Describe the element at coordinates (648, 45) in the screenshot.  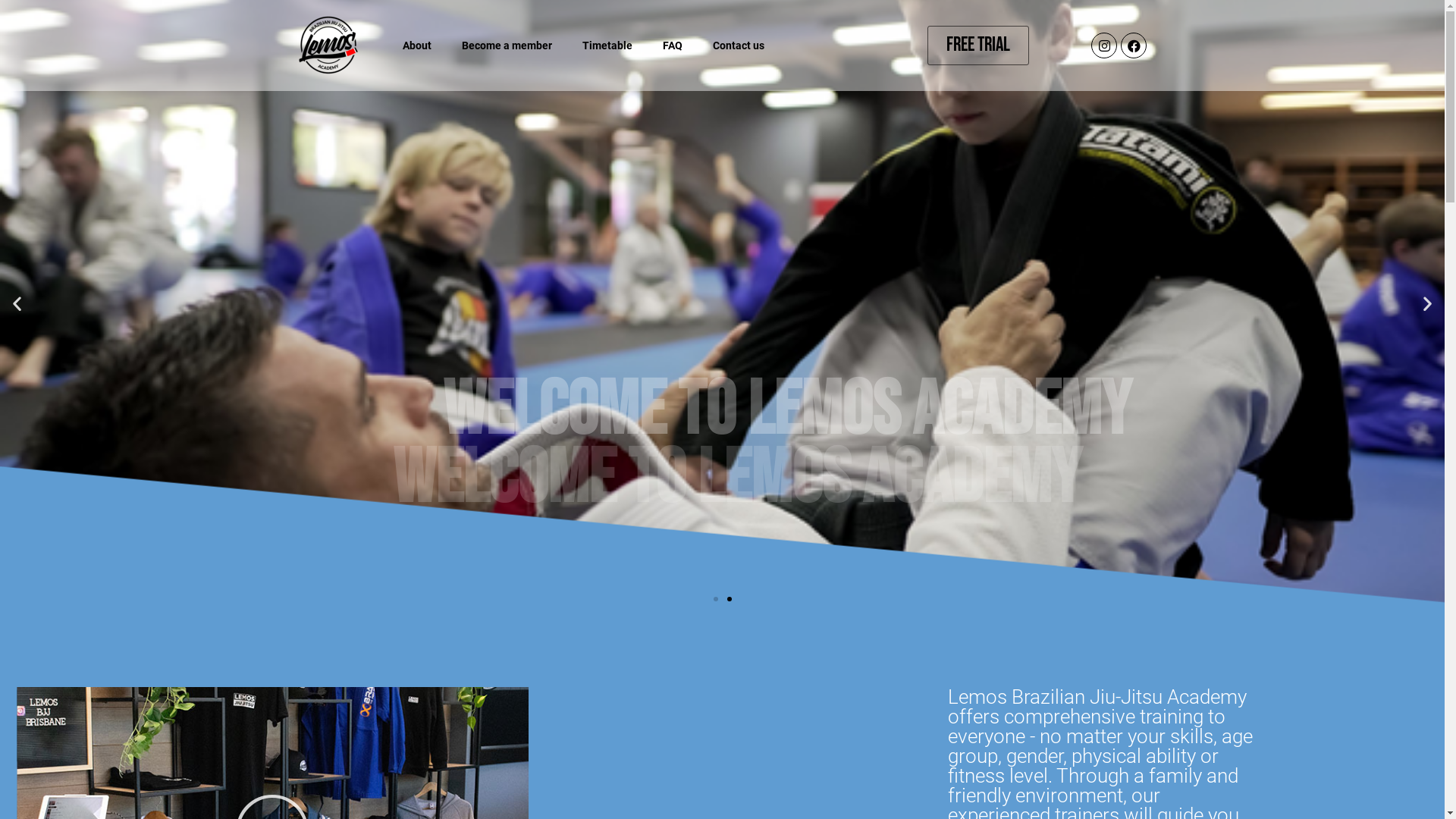
I see `'FAQ'` at that location.